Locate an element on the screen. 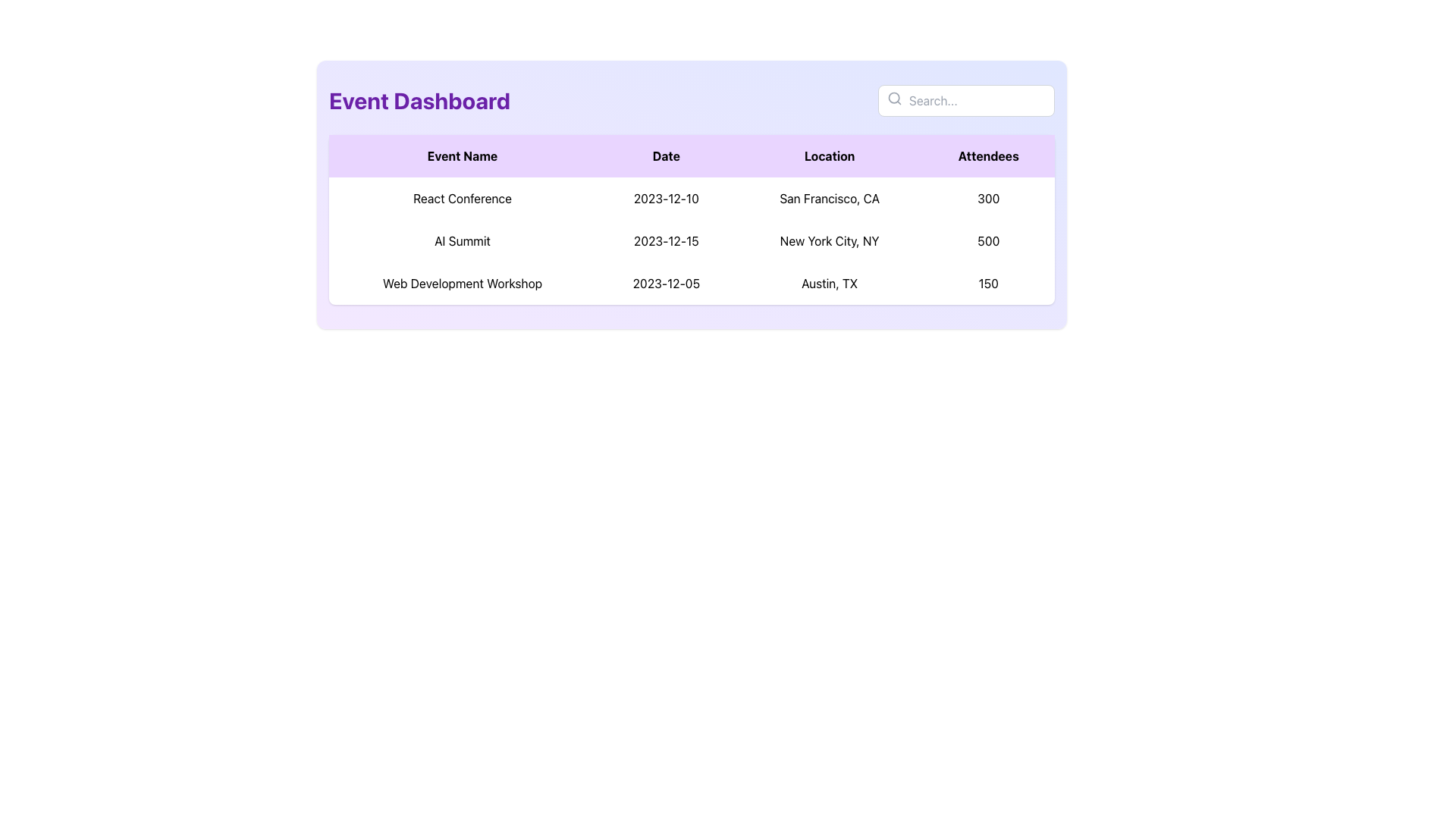 Image resolution: width=1456 pixels, height=819 pixels. text displayed in bold black as '500' in the 'Attendees' column of the table, specifically aligned with the 'AI Summit' row is located at coordinates (988, 240).